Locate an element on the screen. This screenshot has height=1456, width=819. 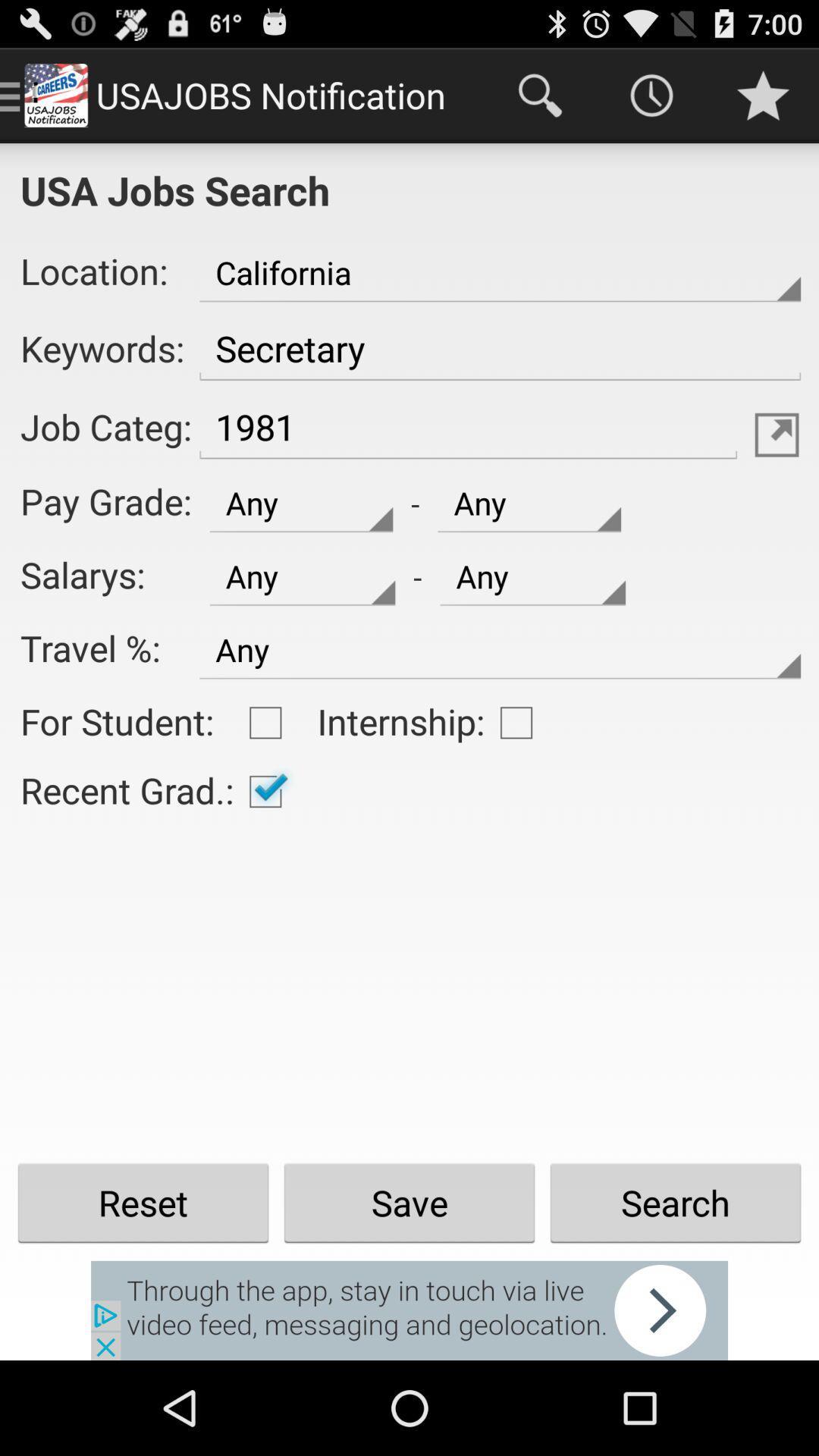
the intership is located at coordinates (516, 722).